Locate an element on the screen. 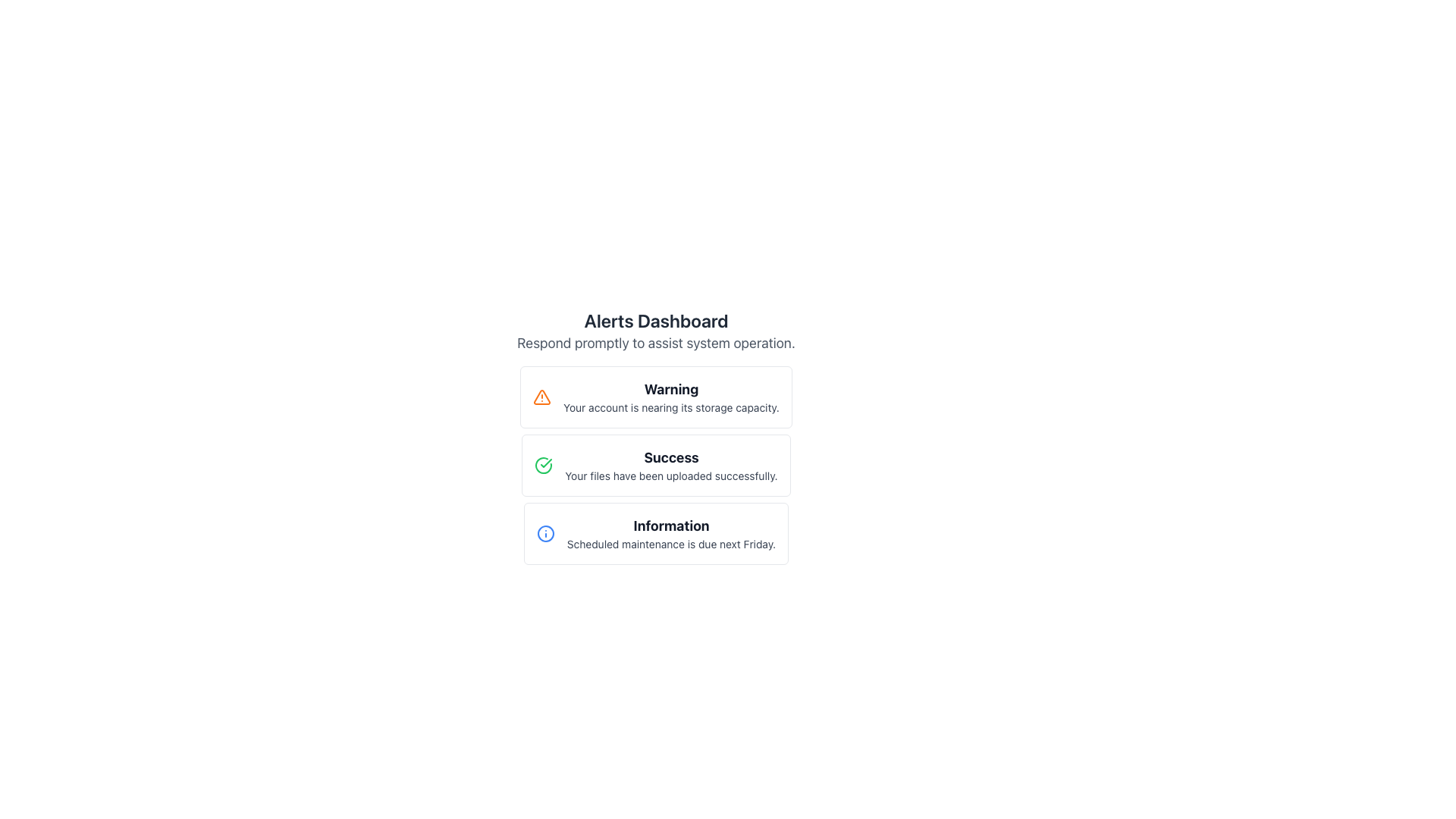 The image size is (1456, 819). the circular information icon with a blue outline located on the left side of the 'Information' section in the alerts list is located at coordinates (545, 533).